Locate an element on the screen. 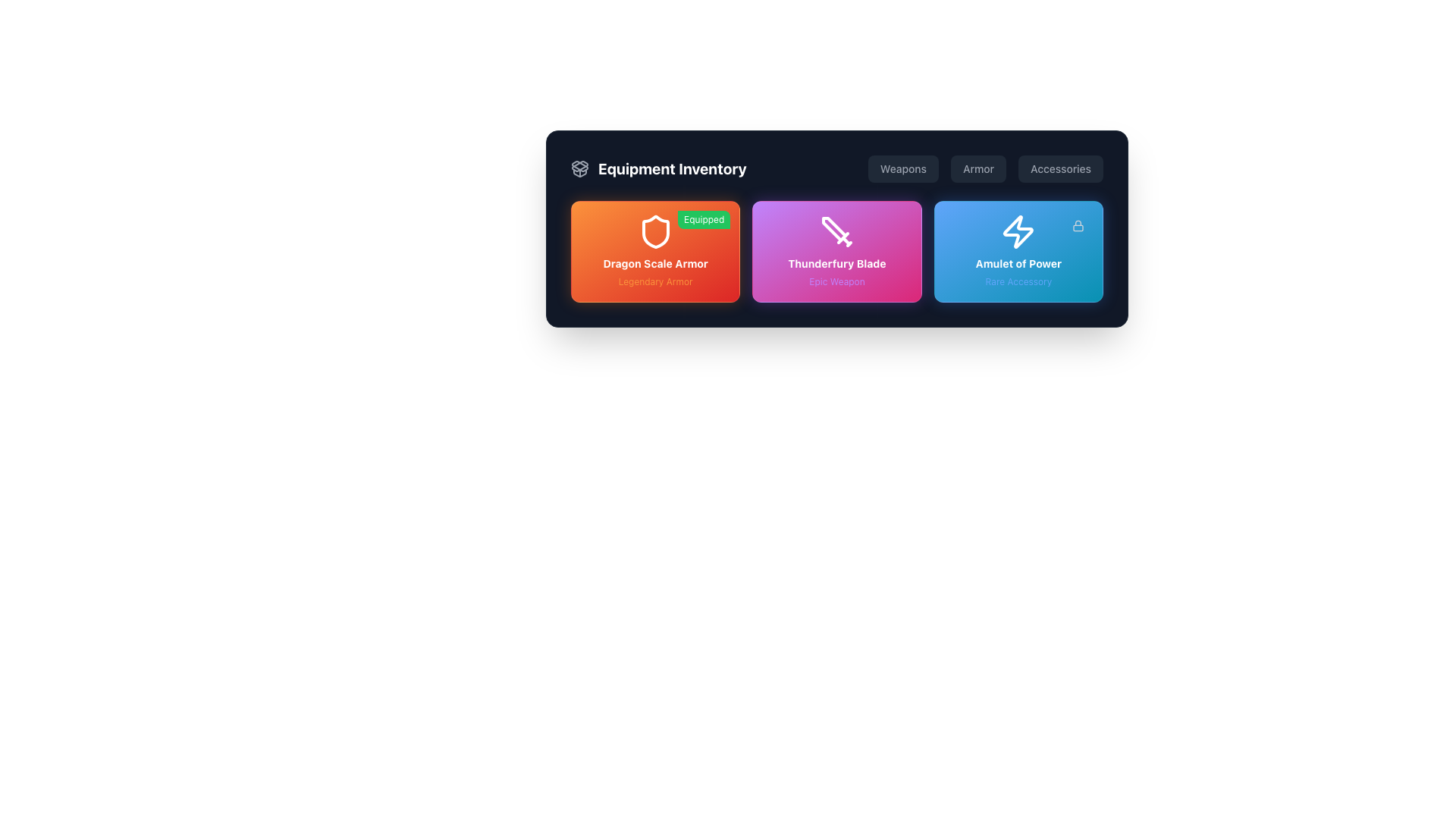 Image resolution: width=1456 pixels, height=819 pixels. 'Equipment Inventory' label with an icon, which is positioned on the left side of the horizontal bar above the categorized items, specifically to the left of the buttons labeled 'Weapons', 'Armor', and 'Accessories' is located at coordinates (658, 169).